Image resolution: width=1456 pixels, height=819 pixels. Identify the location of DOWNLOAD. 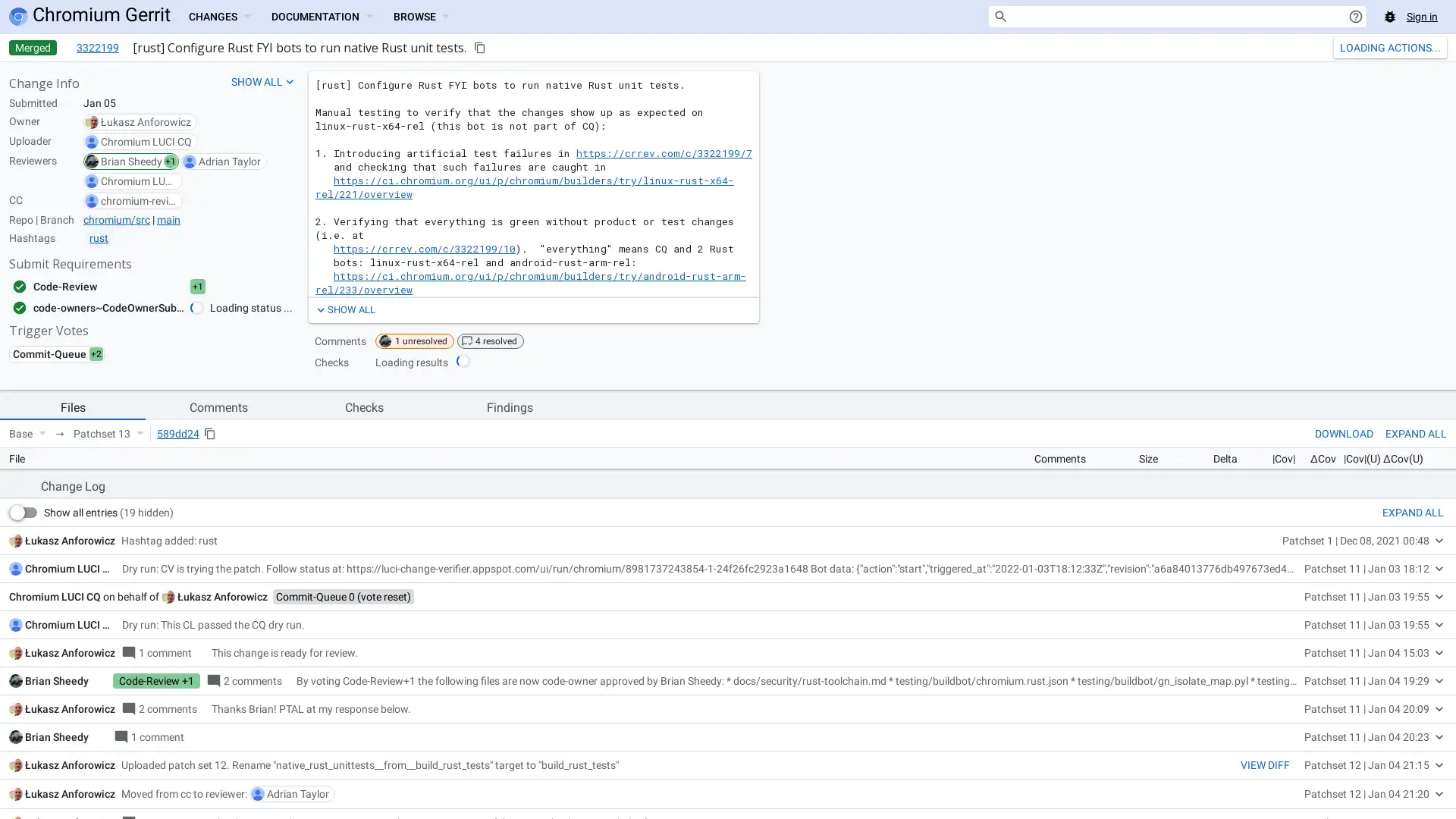
(1344, 433).